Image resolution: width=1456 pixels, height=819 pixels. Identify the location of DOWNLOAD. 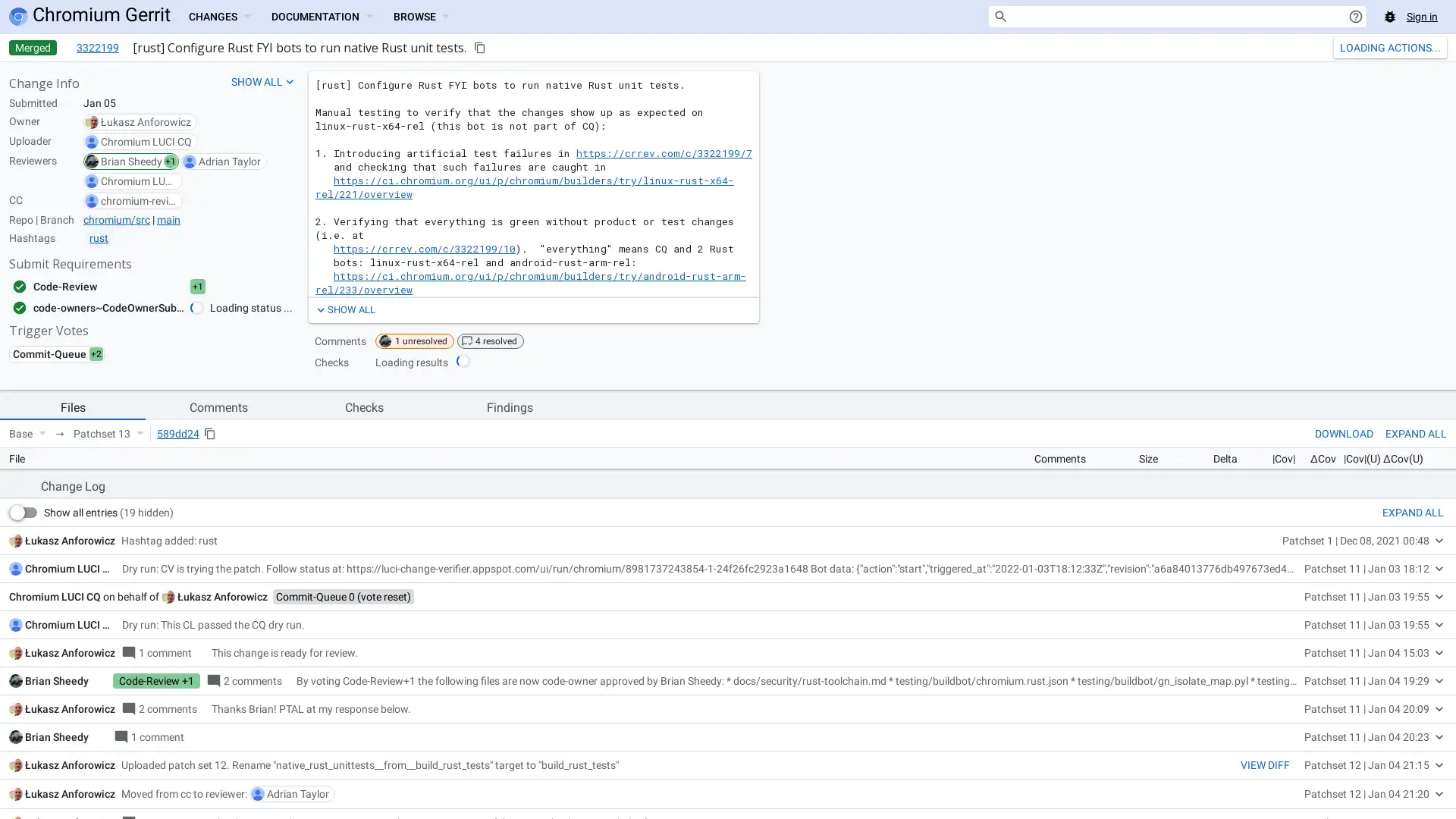
(1344, 433).